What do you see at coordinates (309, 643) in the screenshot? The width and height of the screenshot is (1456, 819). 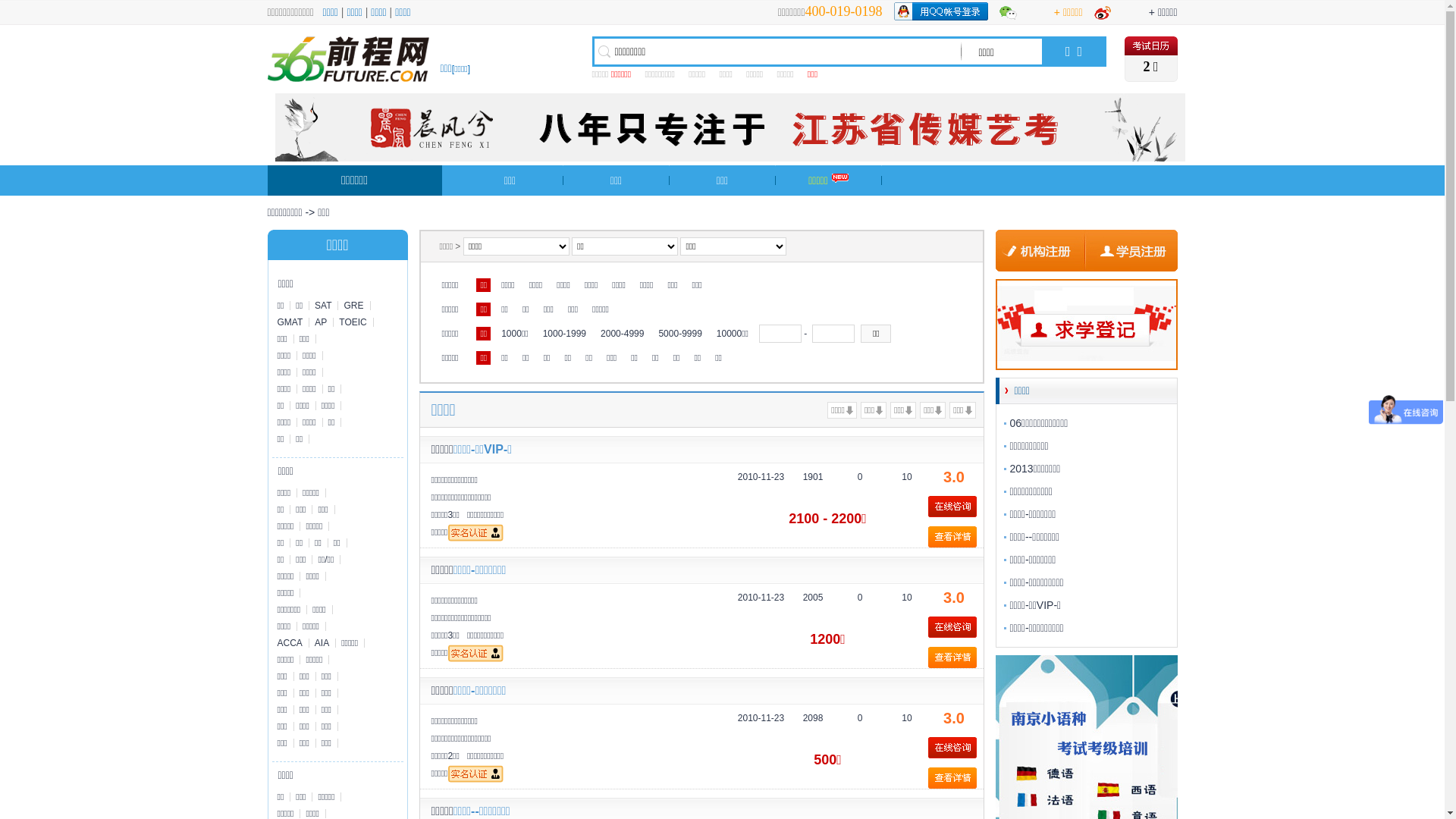 I see `'AIA'` at bounding box center [309, 643].